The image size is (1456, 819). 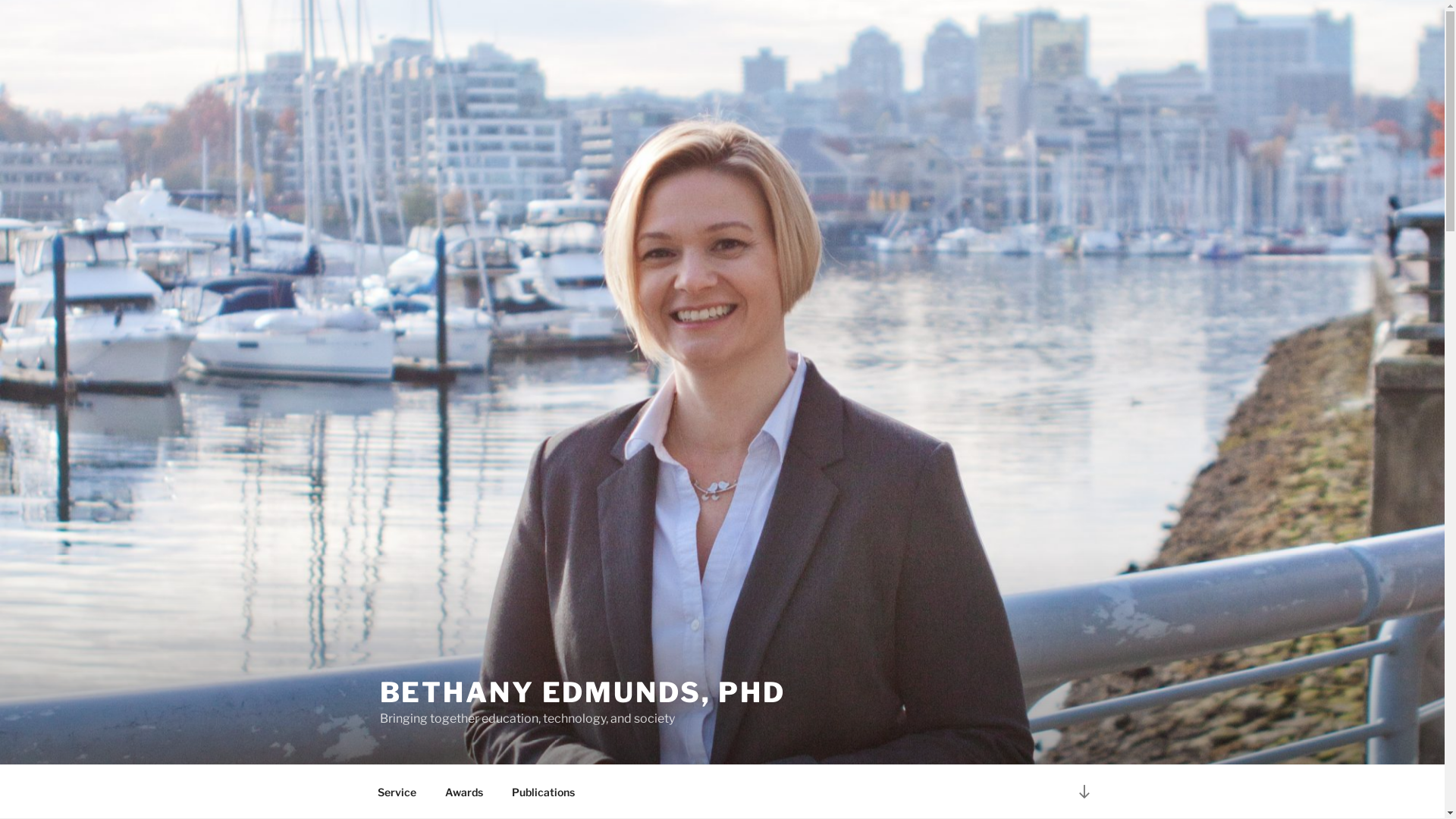 I want to click on 'Service', so click(x=397, y=791).